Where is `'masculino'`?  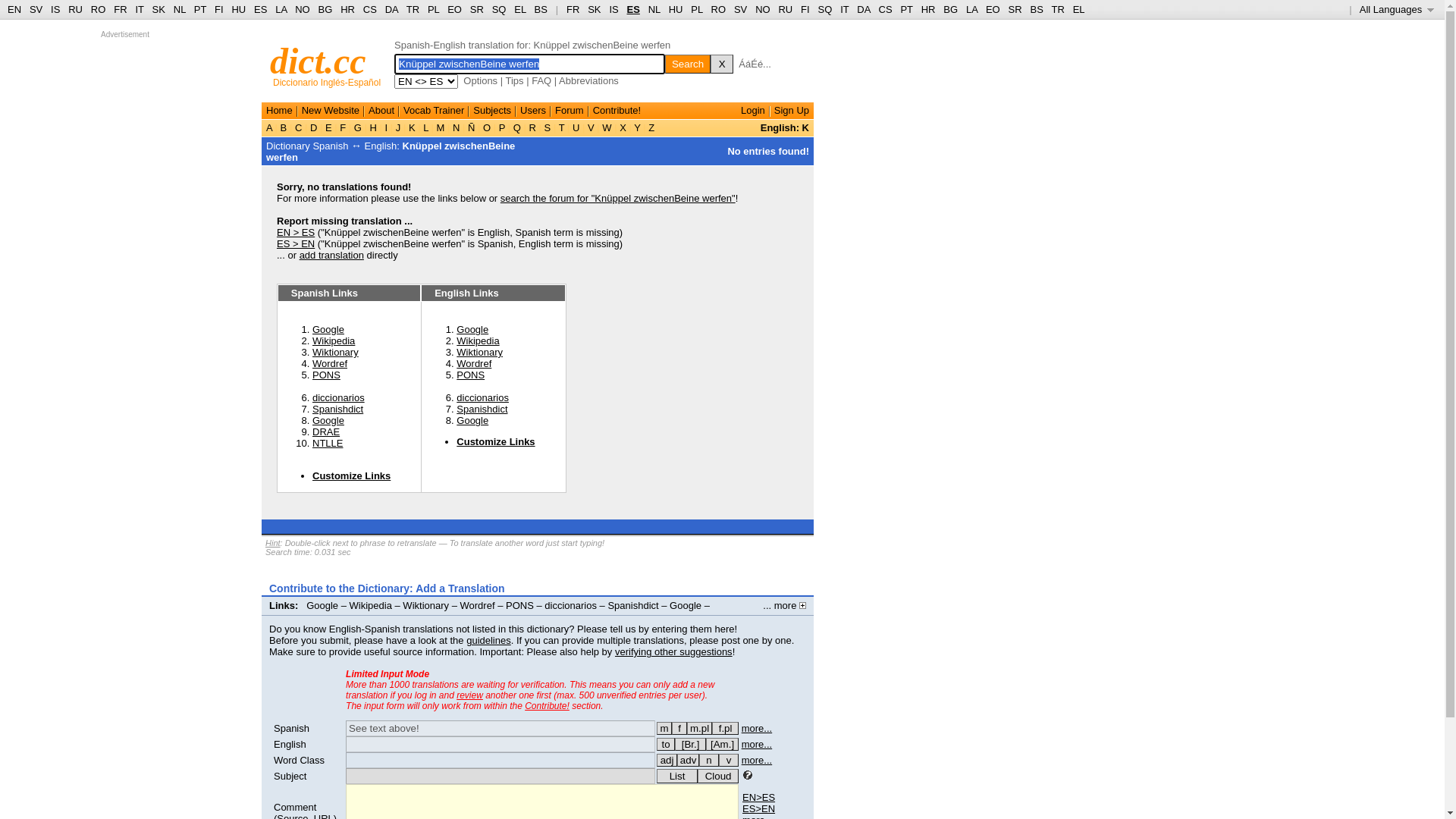
'masculino' is located at coordinates (664, 727).